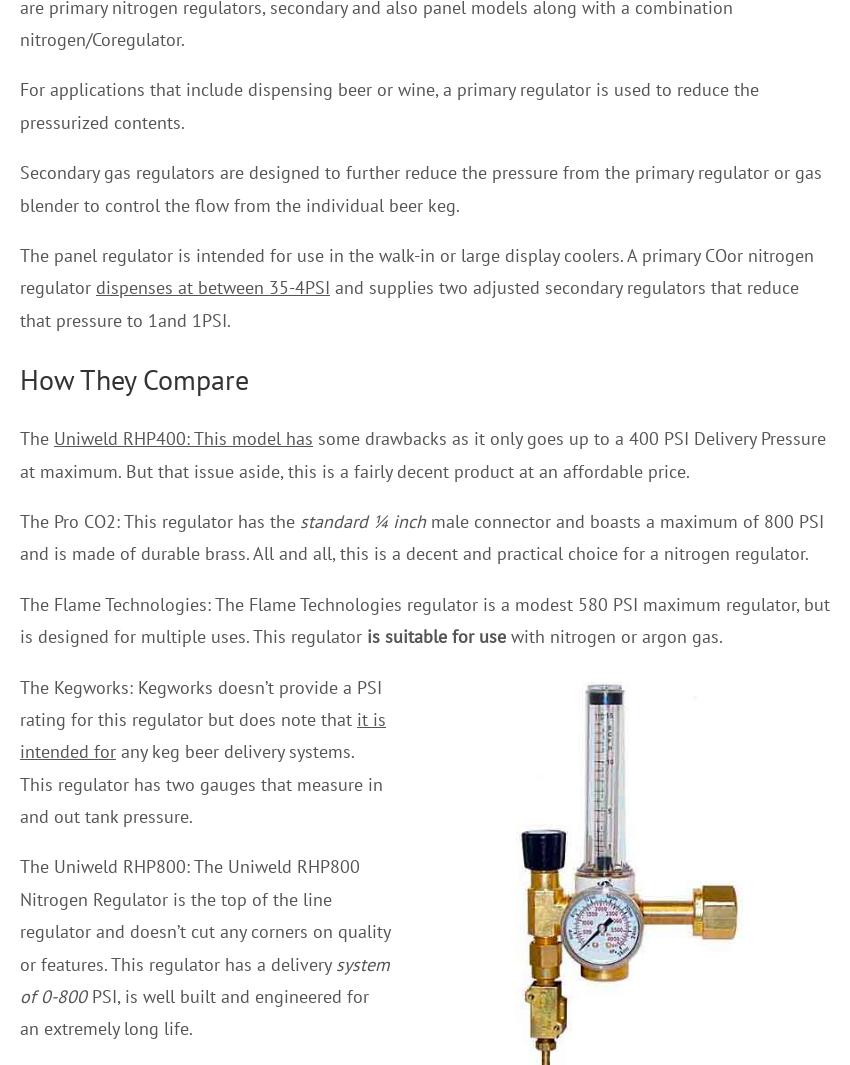 Image resolution: width=850 pixels, height=1065 pixels. I want to click on 'The Flame Technologies: The Flame Technologies regulator is a modest 580 PSI maximum regulator, but is designed for multiple uses. This regulator', so click(425, 620).